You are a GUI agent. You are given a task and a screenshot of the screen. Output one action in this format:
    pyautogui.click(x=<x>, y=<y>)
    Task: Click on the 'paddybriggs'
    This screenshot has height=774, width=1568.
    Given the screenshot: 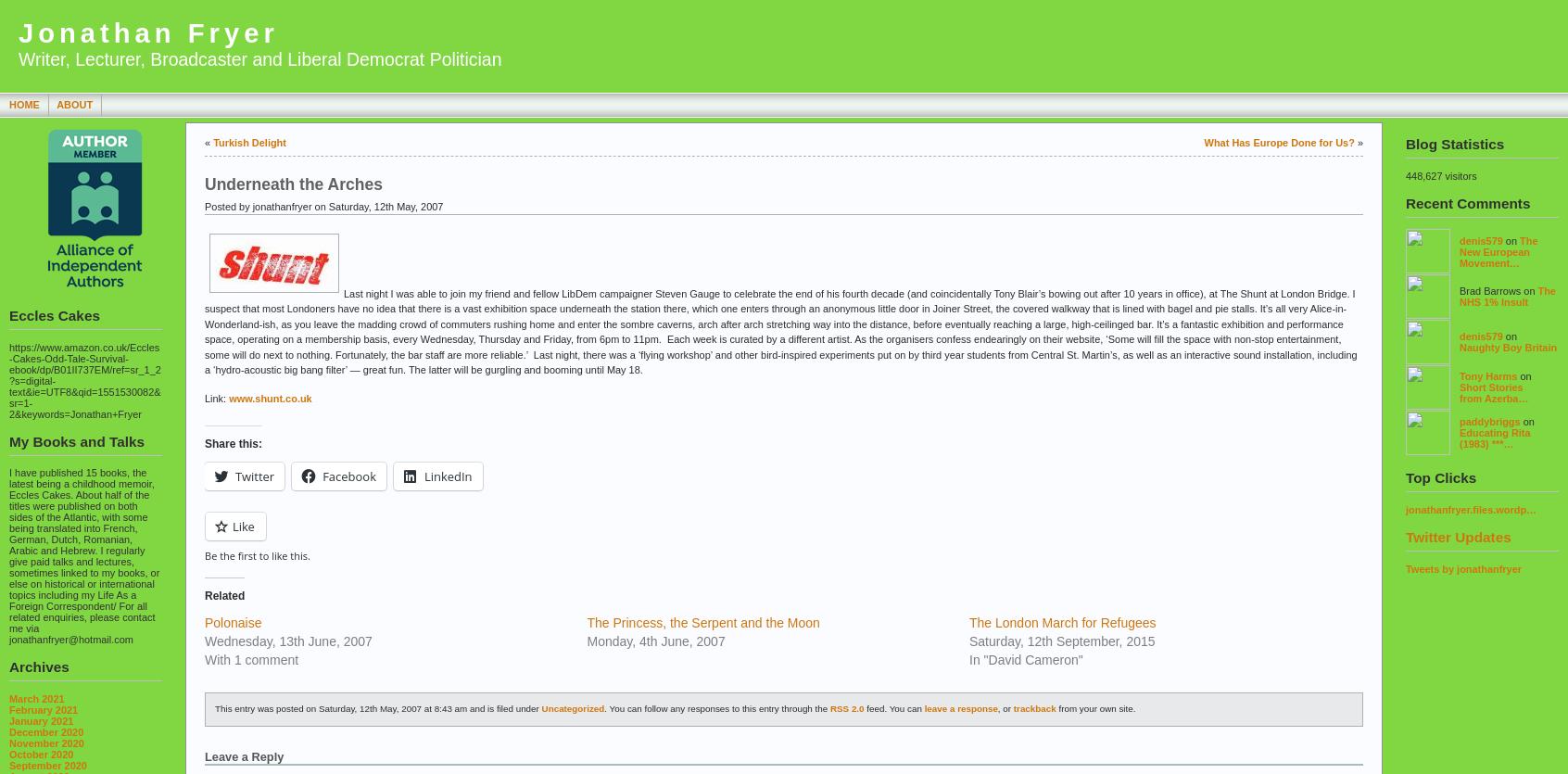 What is the action you would take?
    pyautogui.click(x=1488, y=419)
    